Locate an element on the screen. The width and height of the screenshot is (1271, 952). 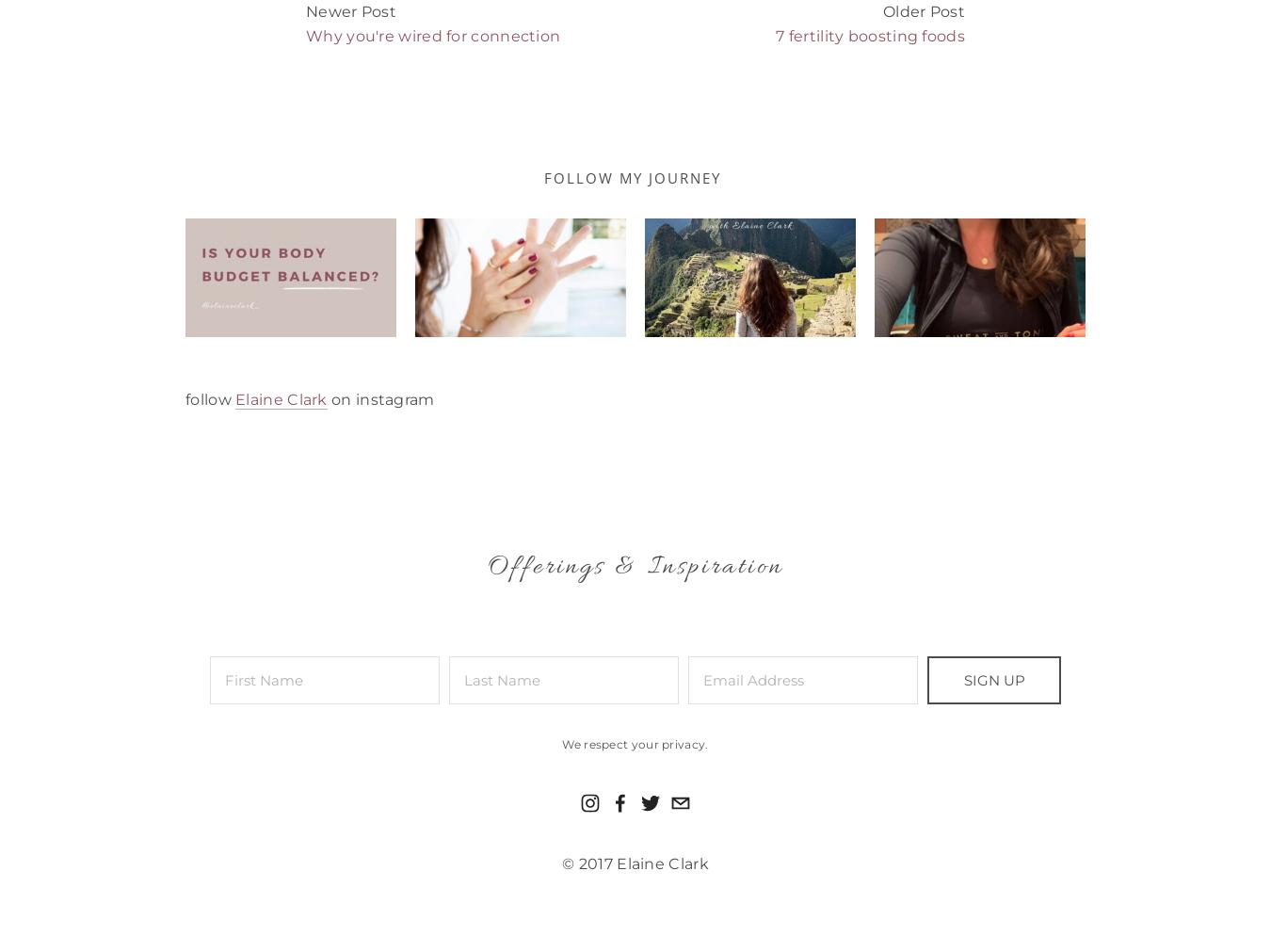
'Follow My Journey' is located at coordinates (543, 177).